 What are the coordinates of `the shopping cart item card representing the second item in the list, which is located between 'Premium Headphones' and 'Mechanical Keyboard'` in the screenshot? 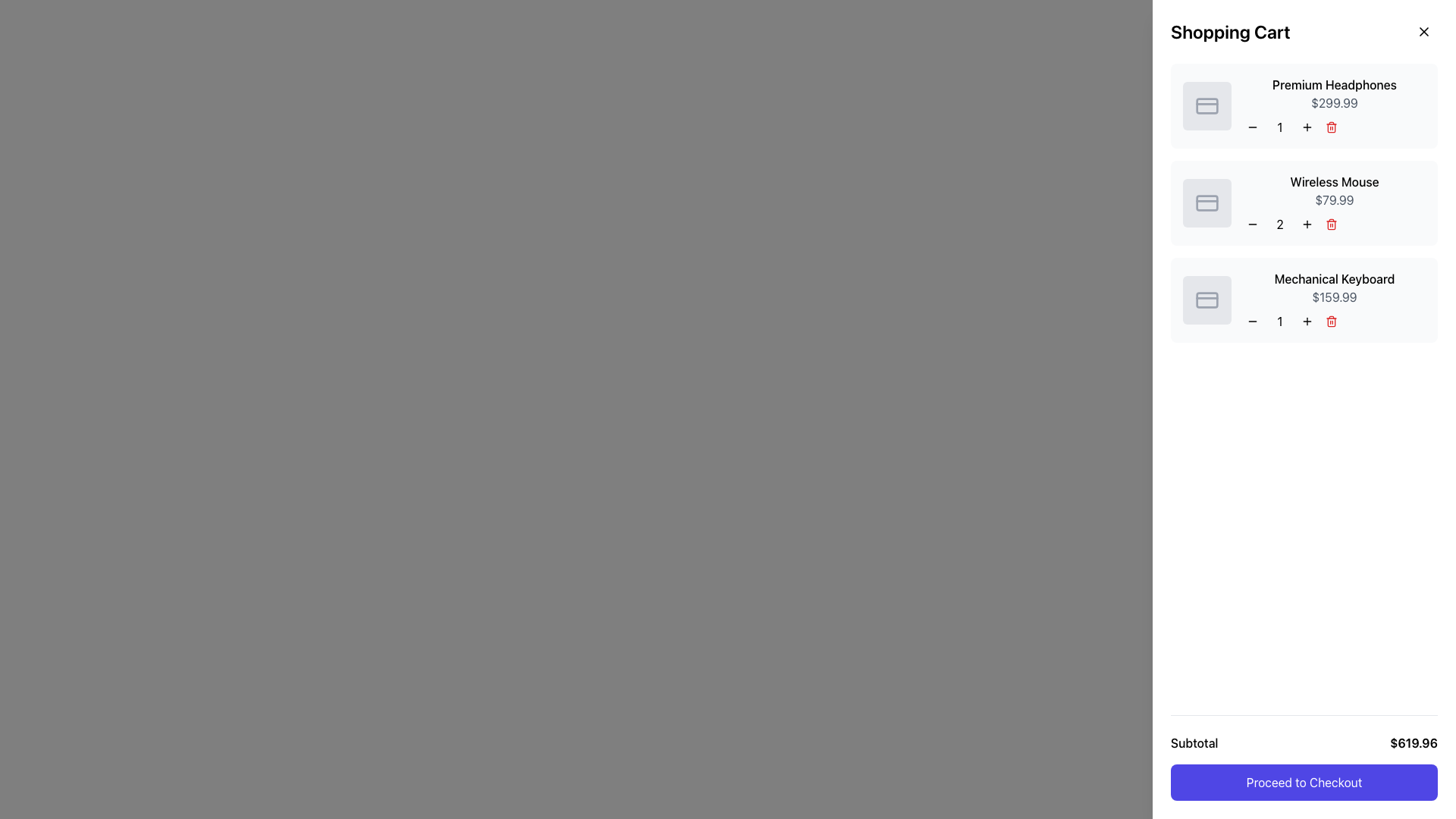 It's located at (1303, 202).